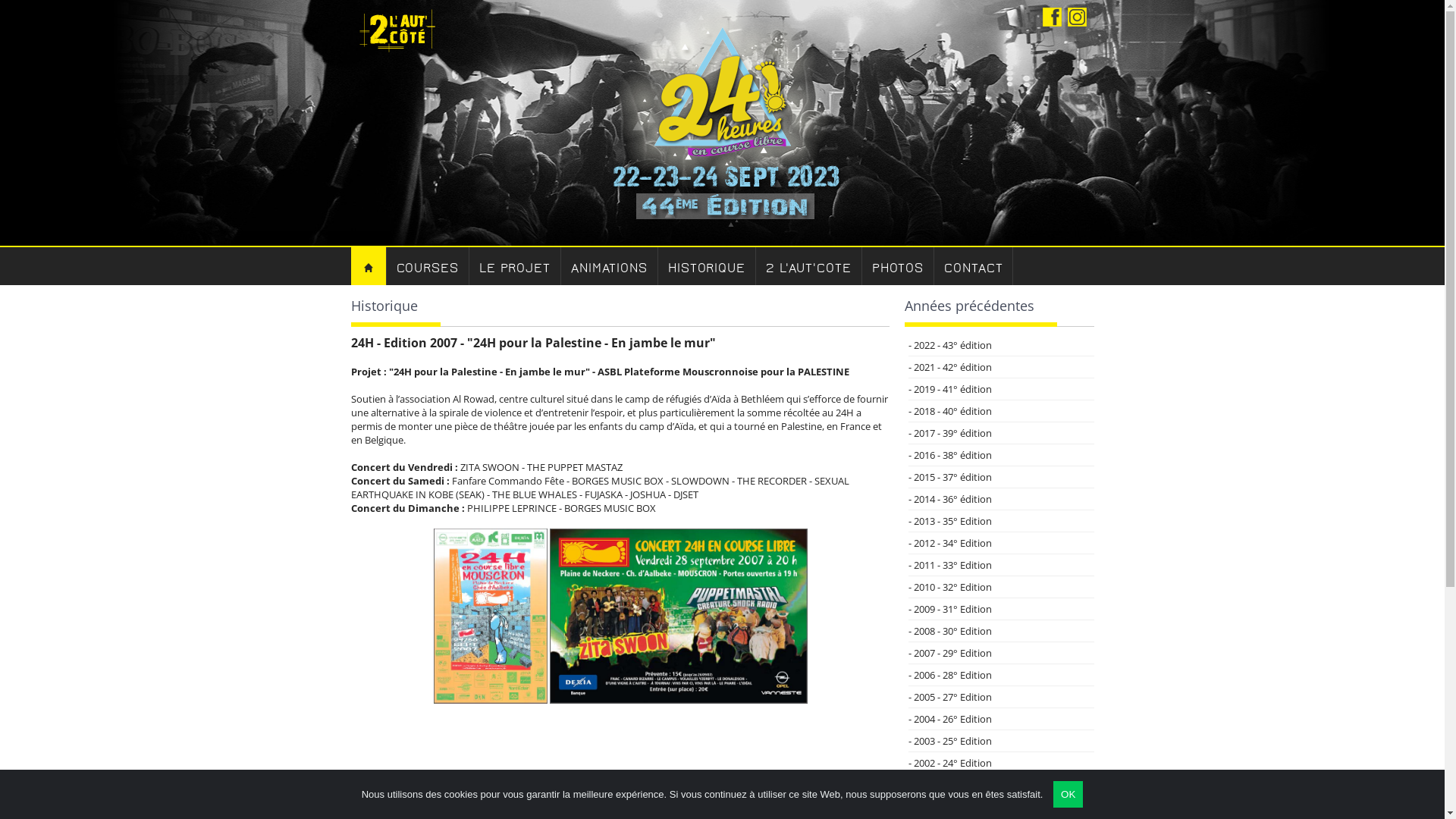 The height and width of the screenshot is (819, 1456). Describe the element at coordinates (973, 265) in the screenshot. I see `'CONTACT'` at that location.